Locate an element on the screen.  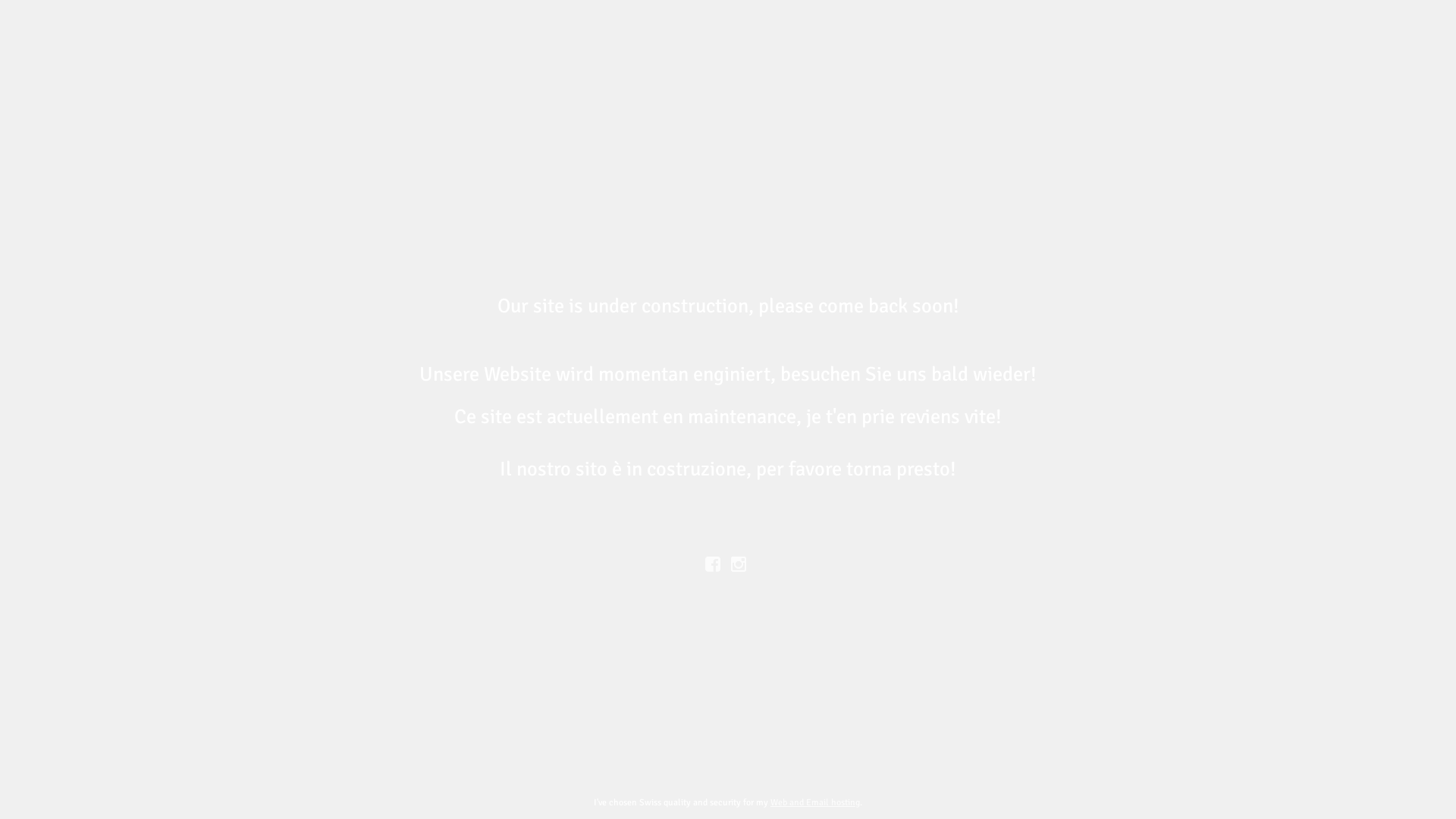
'Facebook' is located at coordinates (711, 563).